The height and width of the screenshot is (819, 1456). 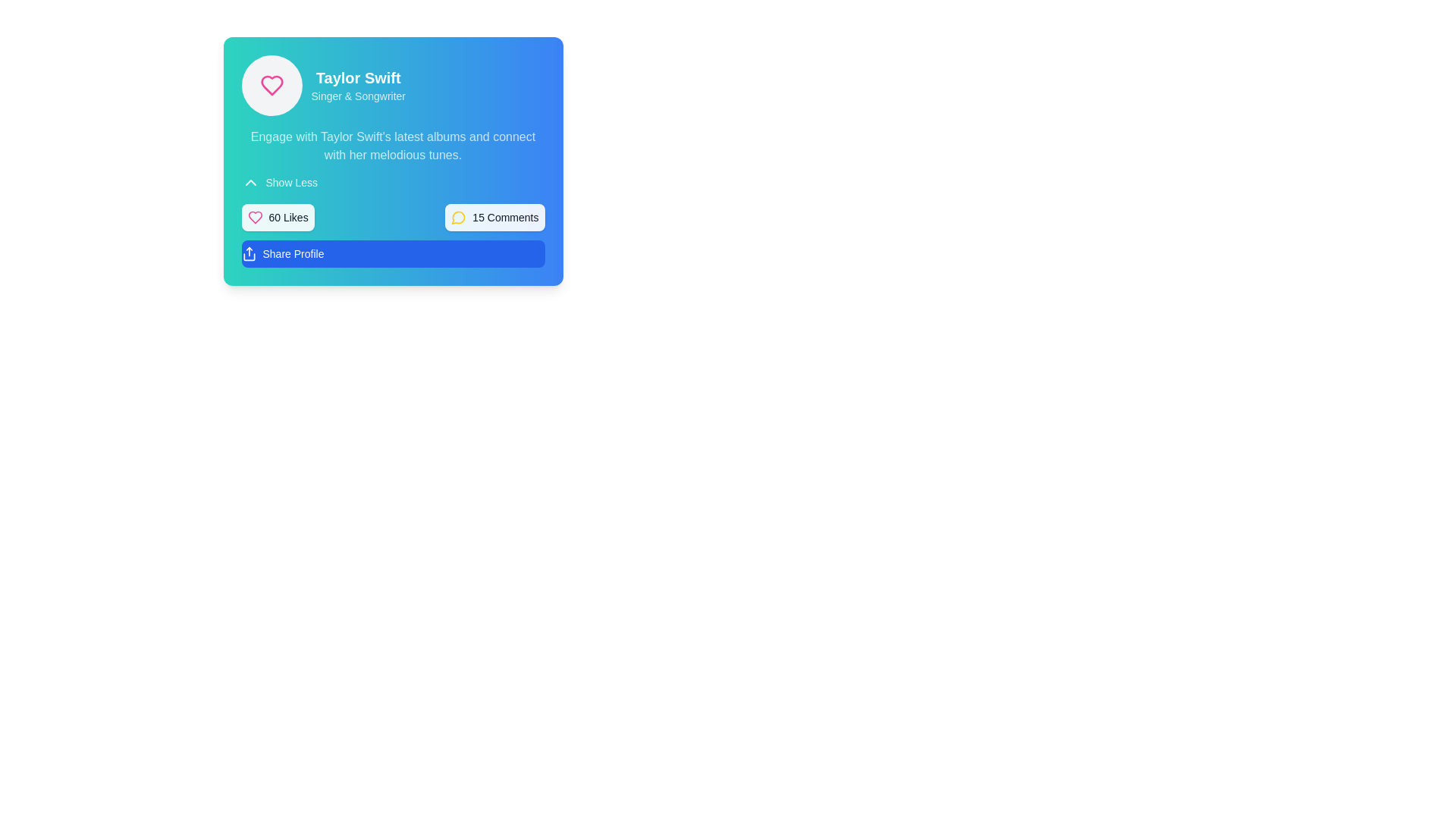 I want to click on the text display element that presents the title and subtitle for Taylor Swift, located at the top of a card-like component with a gradient background, so click(x=357, y=85).